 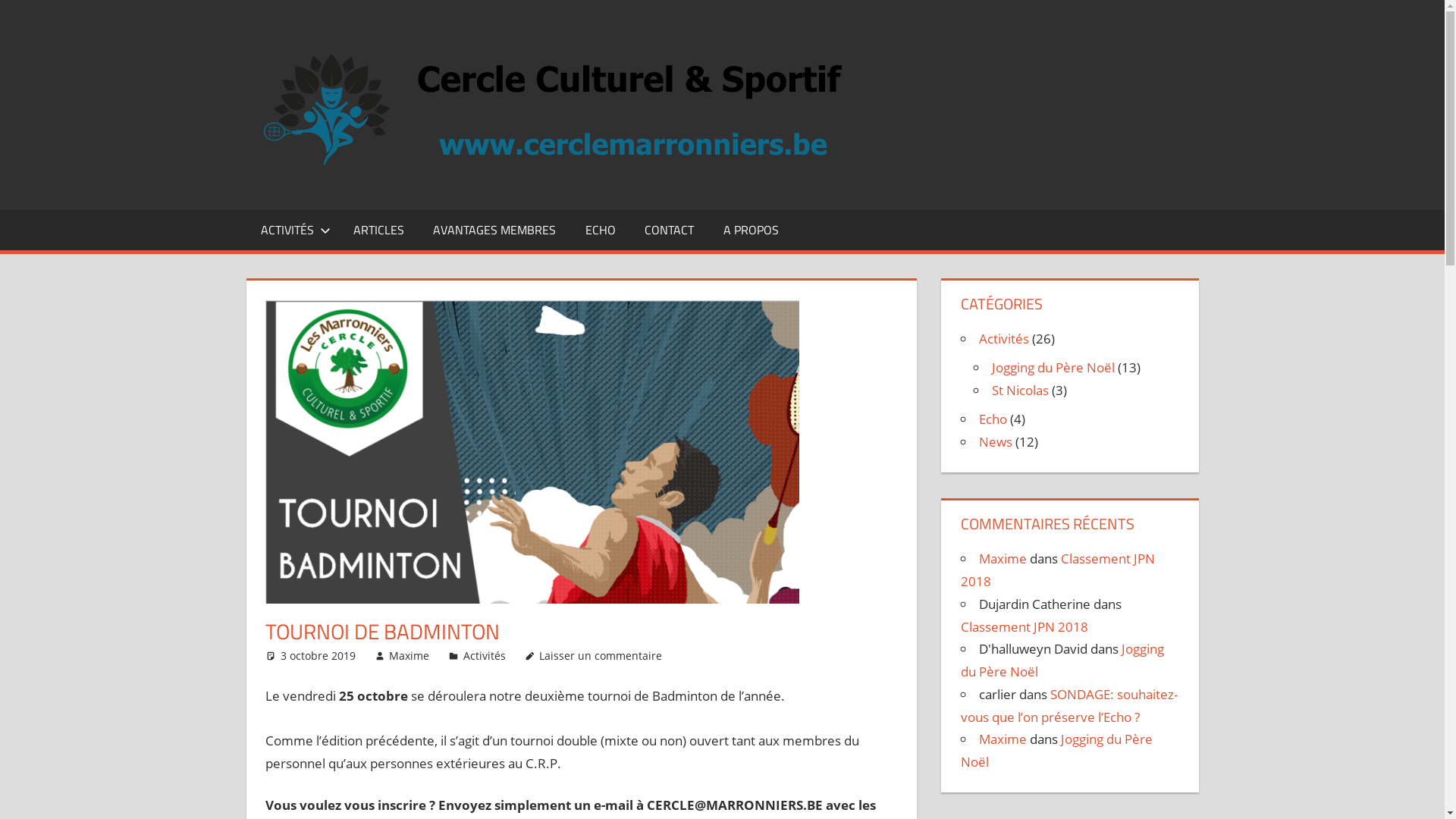 What do you see at coordinates (409, 654) in the screenshot?
I see `'Maxime'` at bounding box center [409, 654].